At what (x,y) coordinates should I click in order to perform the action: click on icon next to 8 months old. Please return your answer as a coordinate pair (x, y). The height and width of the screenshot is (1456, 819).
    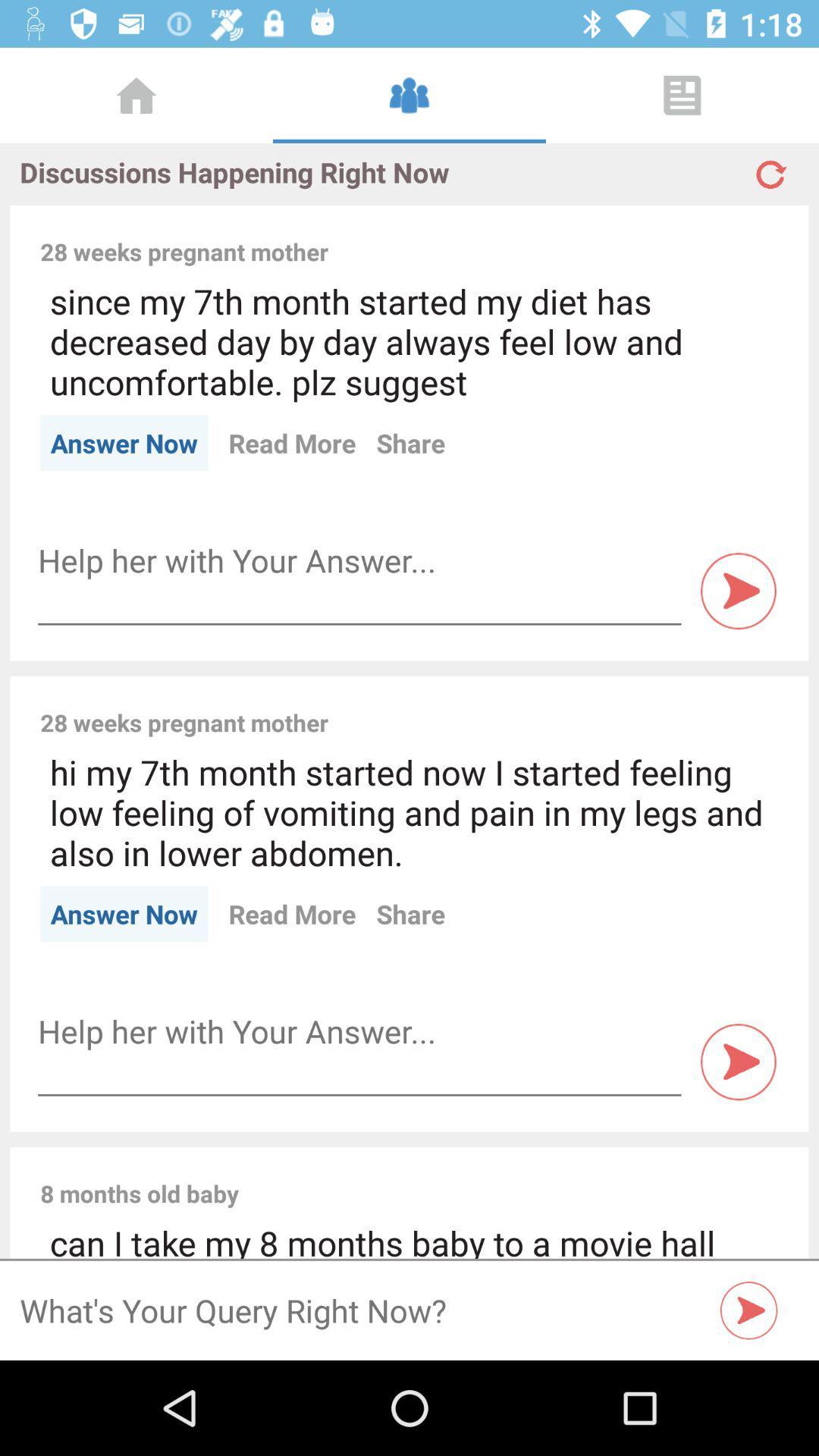
    Looking at the image, I should click on (518, 1176).